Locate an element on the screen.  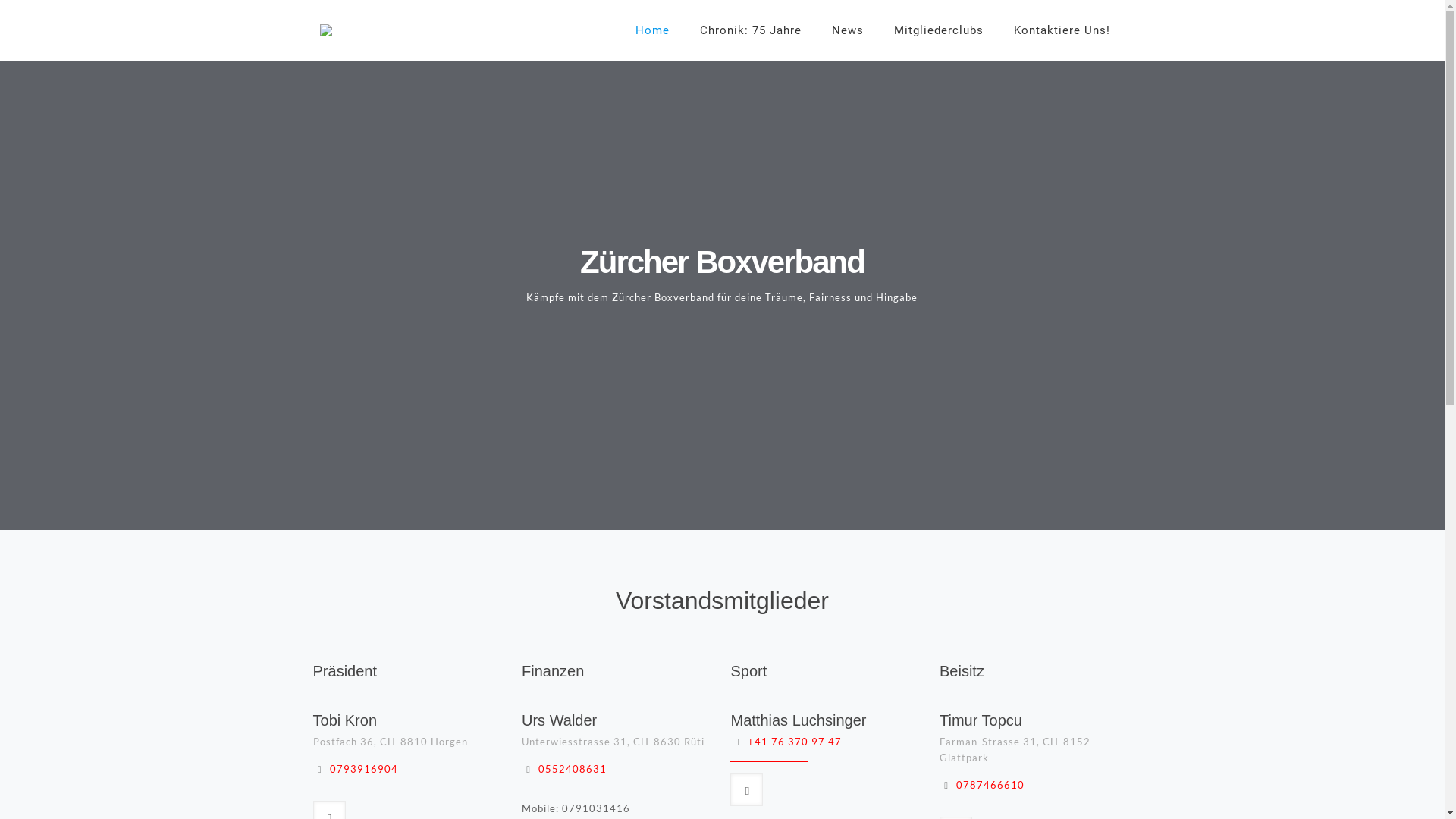
'News' is located at coordinates (846, 30).